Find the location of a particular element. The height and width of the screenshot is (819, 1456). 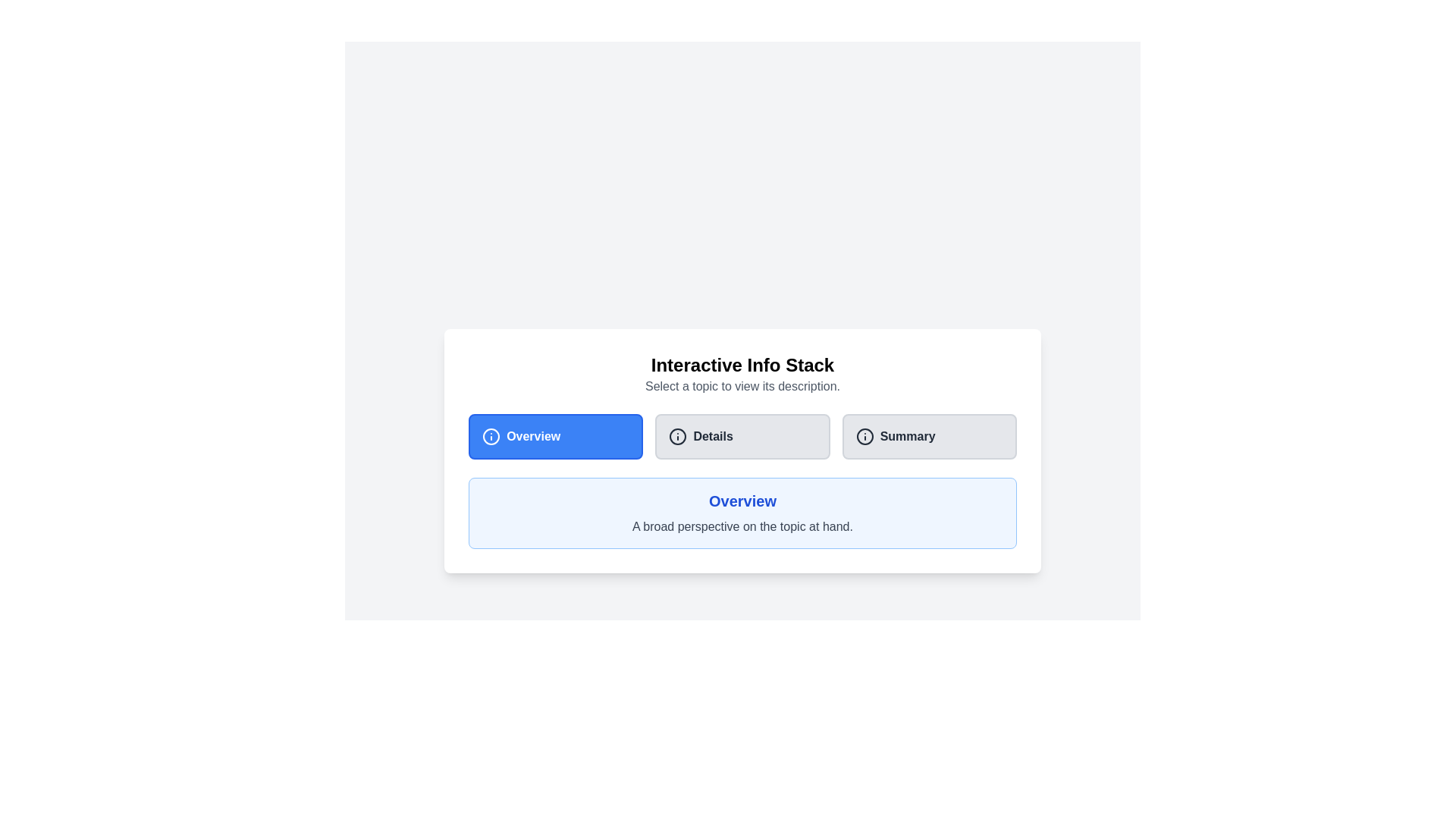

the Header text element which serves as a title for the content below it, positioned above the 'Select a topic is located at coordinates (742, 366).